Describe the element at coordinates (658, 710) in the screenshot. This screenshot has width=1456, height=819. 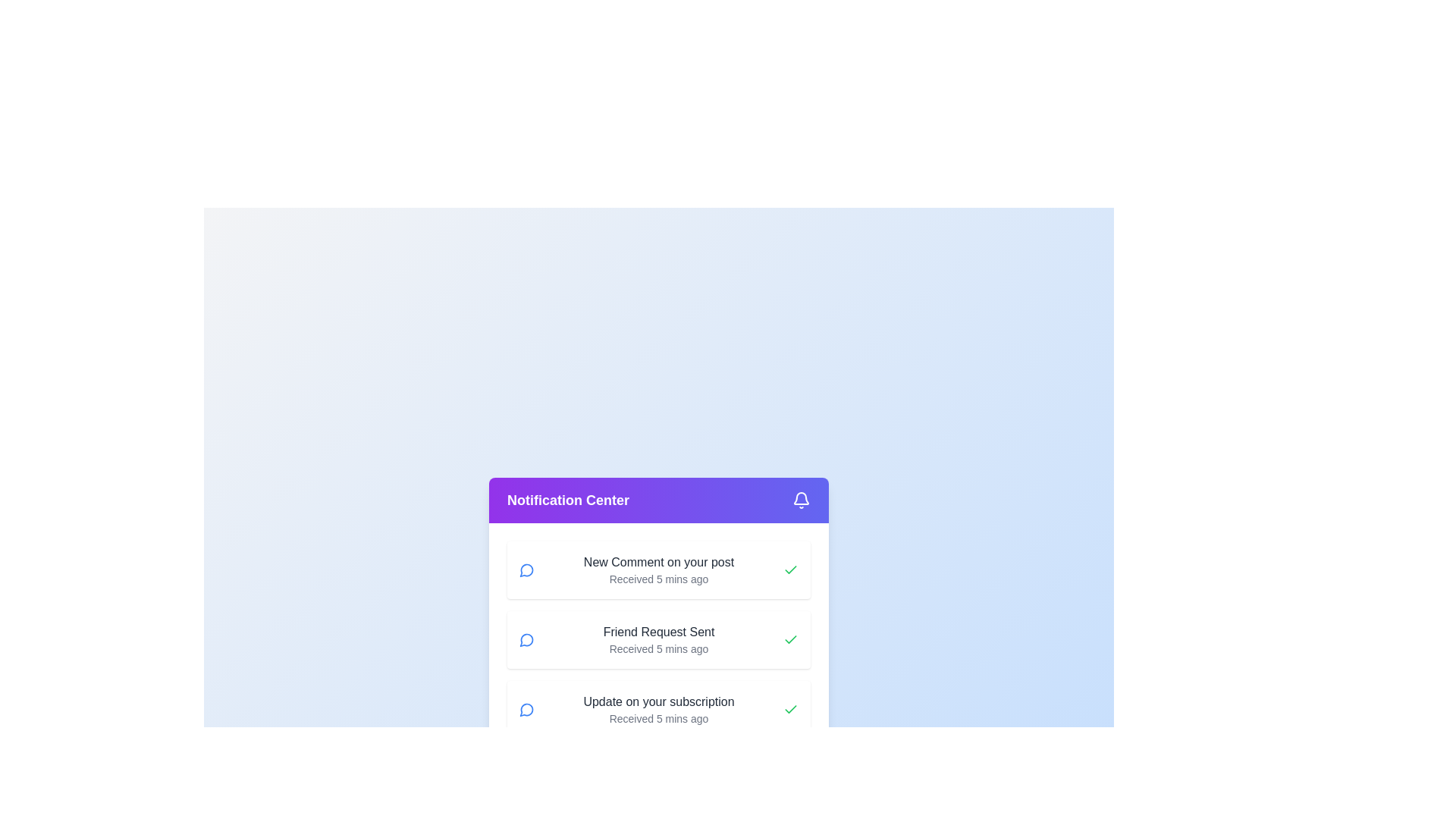
I see `the notification text block displaying 'Update on your subscription', which is styled in a larger, bold font and located between 'Friend Request Sent' and the succeeding notifications` at that location.